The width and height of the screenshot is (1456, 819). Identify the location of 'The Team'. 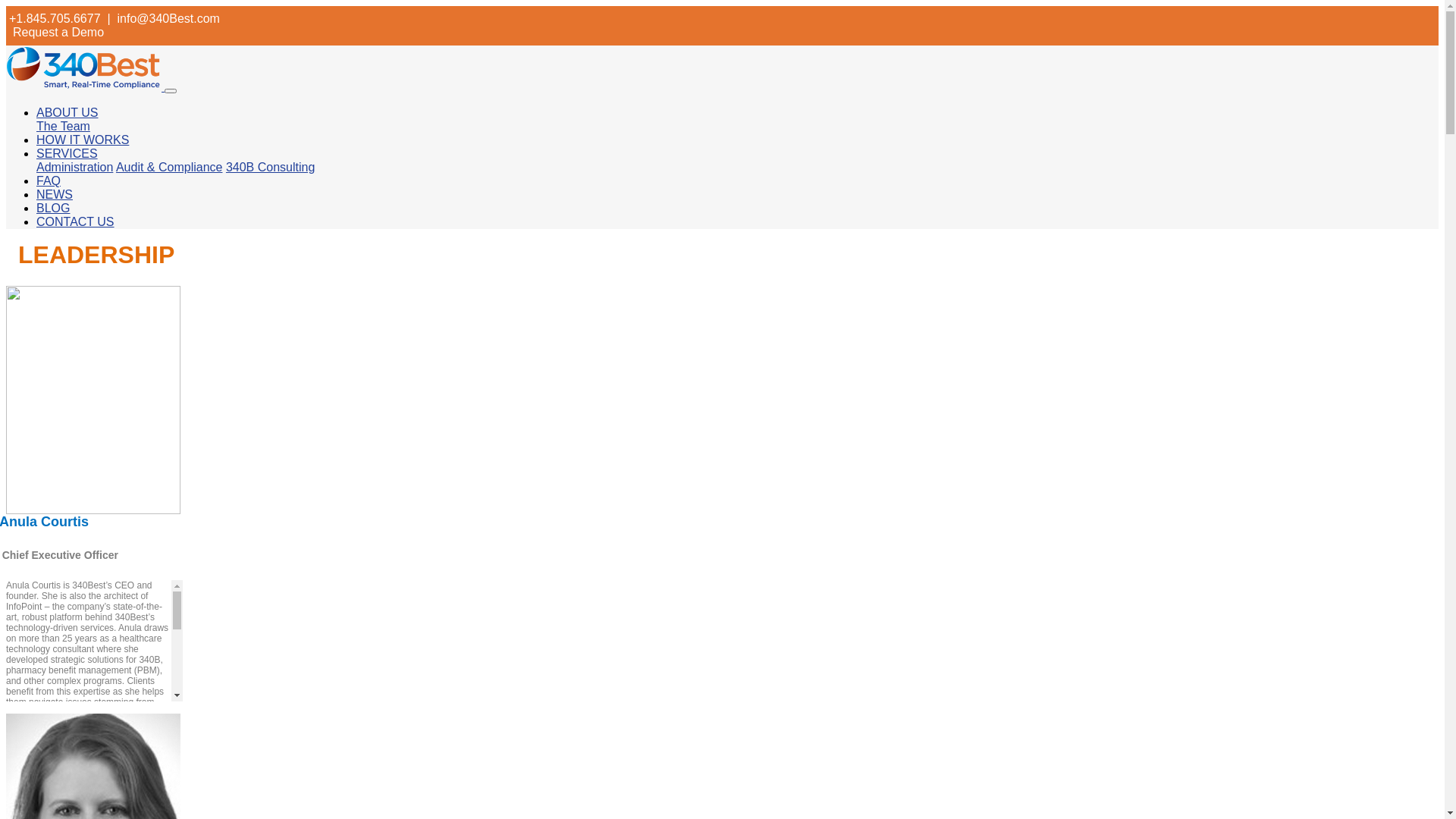
(62, 125).